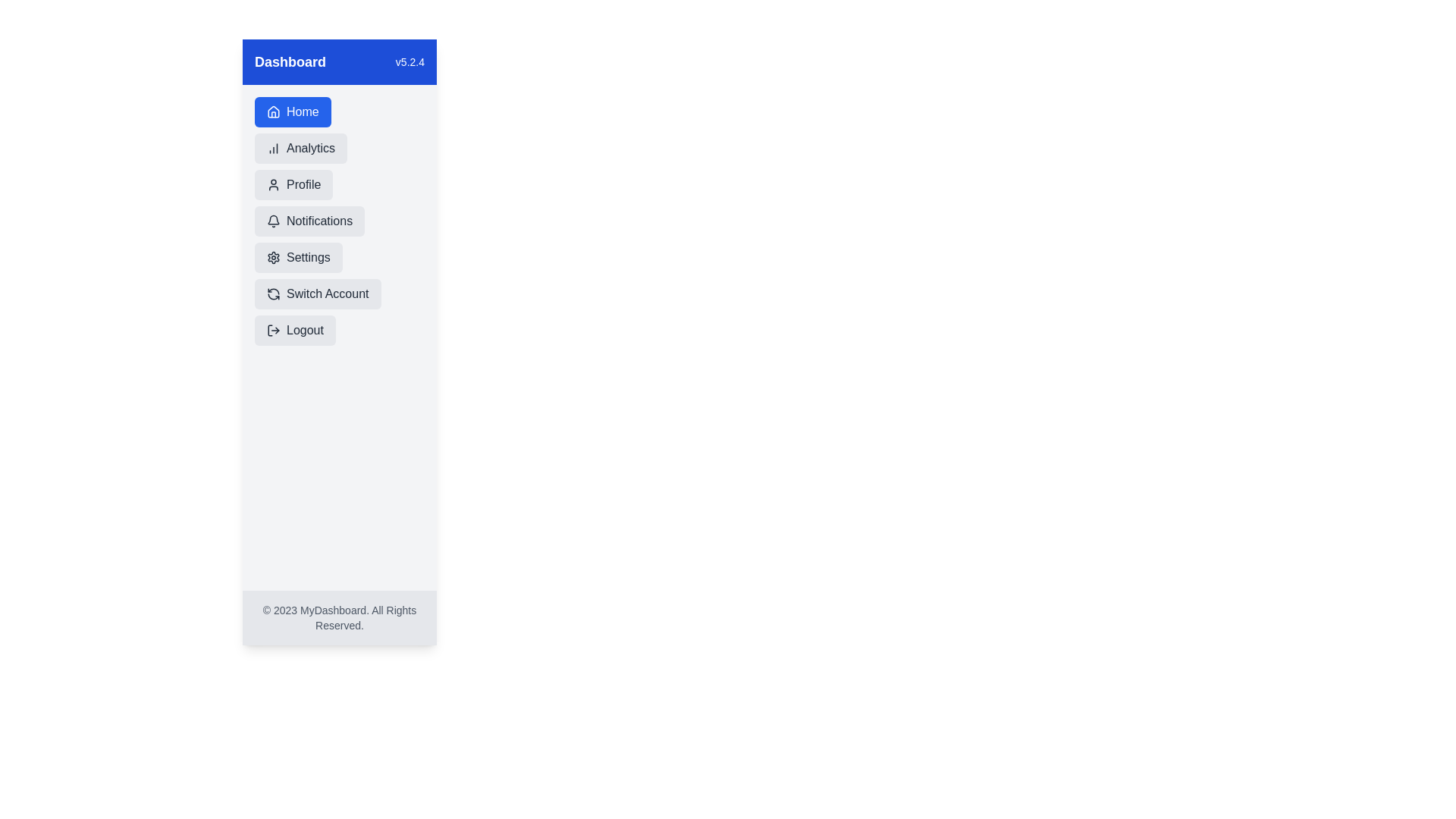  Describe the element at coordinates (273, 221) in the screenshot. I see `the Notifications icon located in the sidebar menu` at that location.